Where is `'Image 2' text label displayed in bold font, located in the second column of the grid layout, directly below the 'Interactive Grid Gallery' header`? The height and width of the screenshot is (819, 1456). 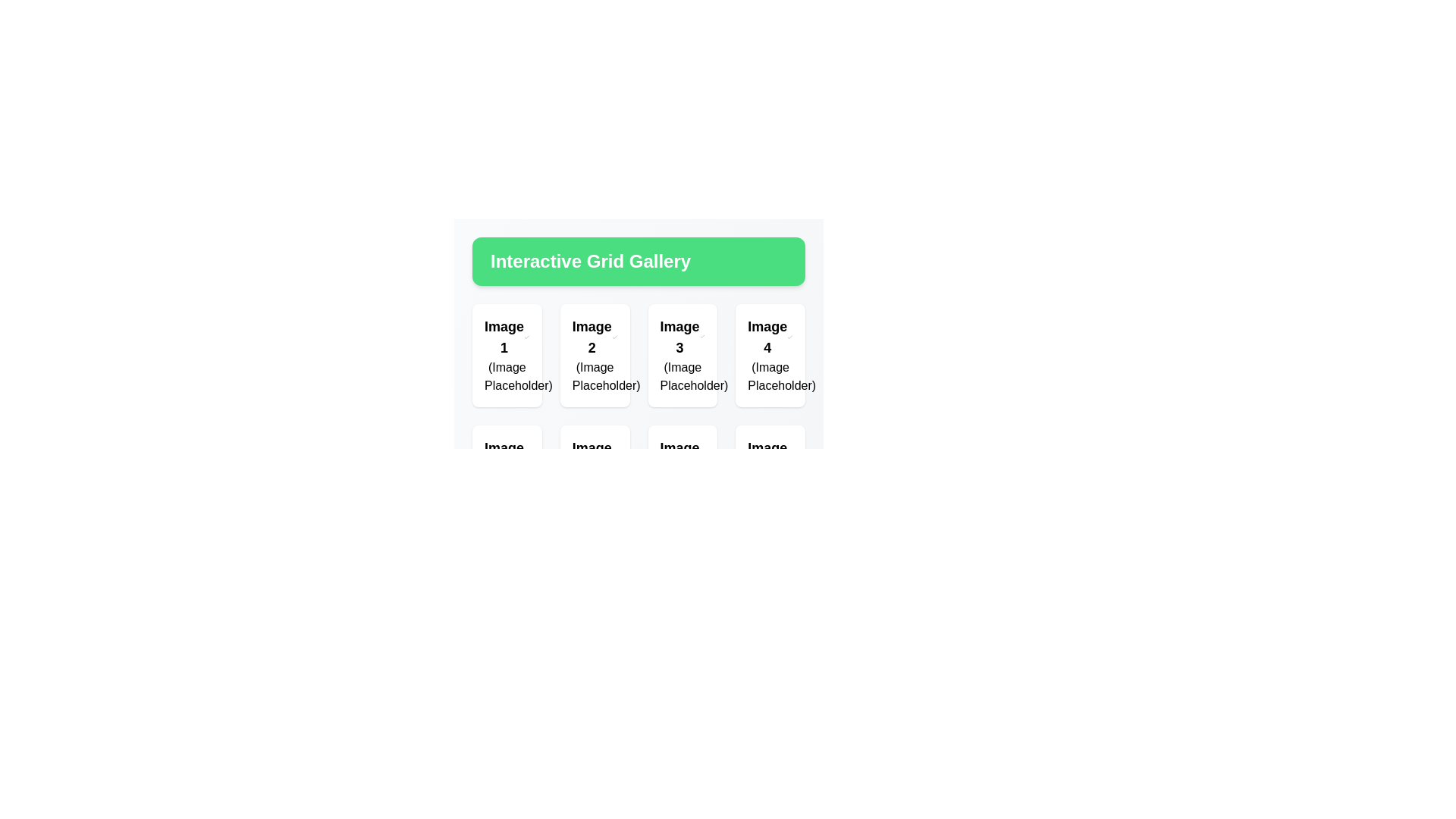 'Image 2' text label displayed in bold font, located in the second column of the grid layout, directly below the 'Interactive Grid Gallery' header is located at coordinates (591, 336).